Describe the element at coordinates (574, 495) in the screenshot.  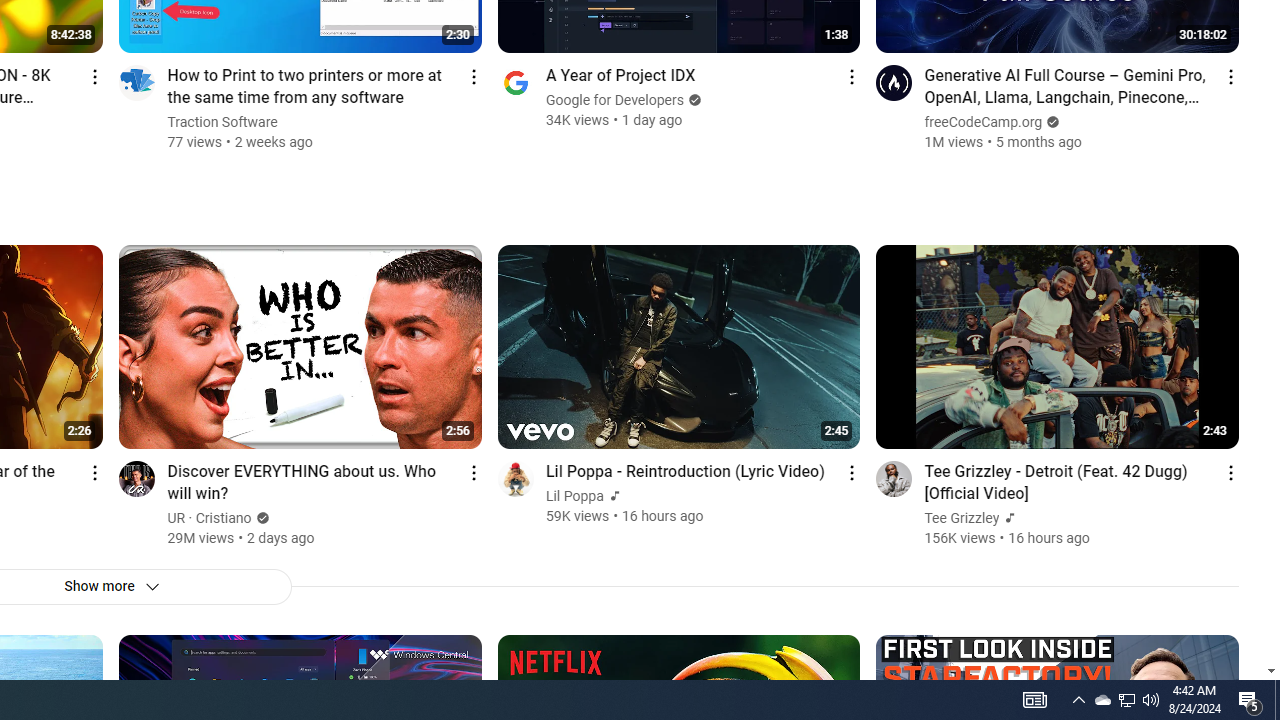
I see `'Lil Poppa'` at that location.